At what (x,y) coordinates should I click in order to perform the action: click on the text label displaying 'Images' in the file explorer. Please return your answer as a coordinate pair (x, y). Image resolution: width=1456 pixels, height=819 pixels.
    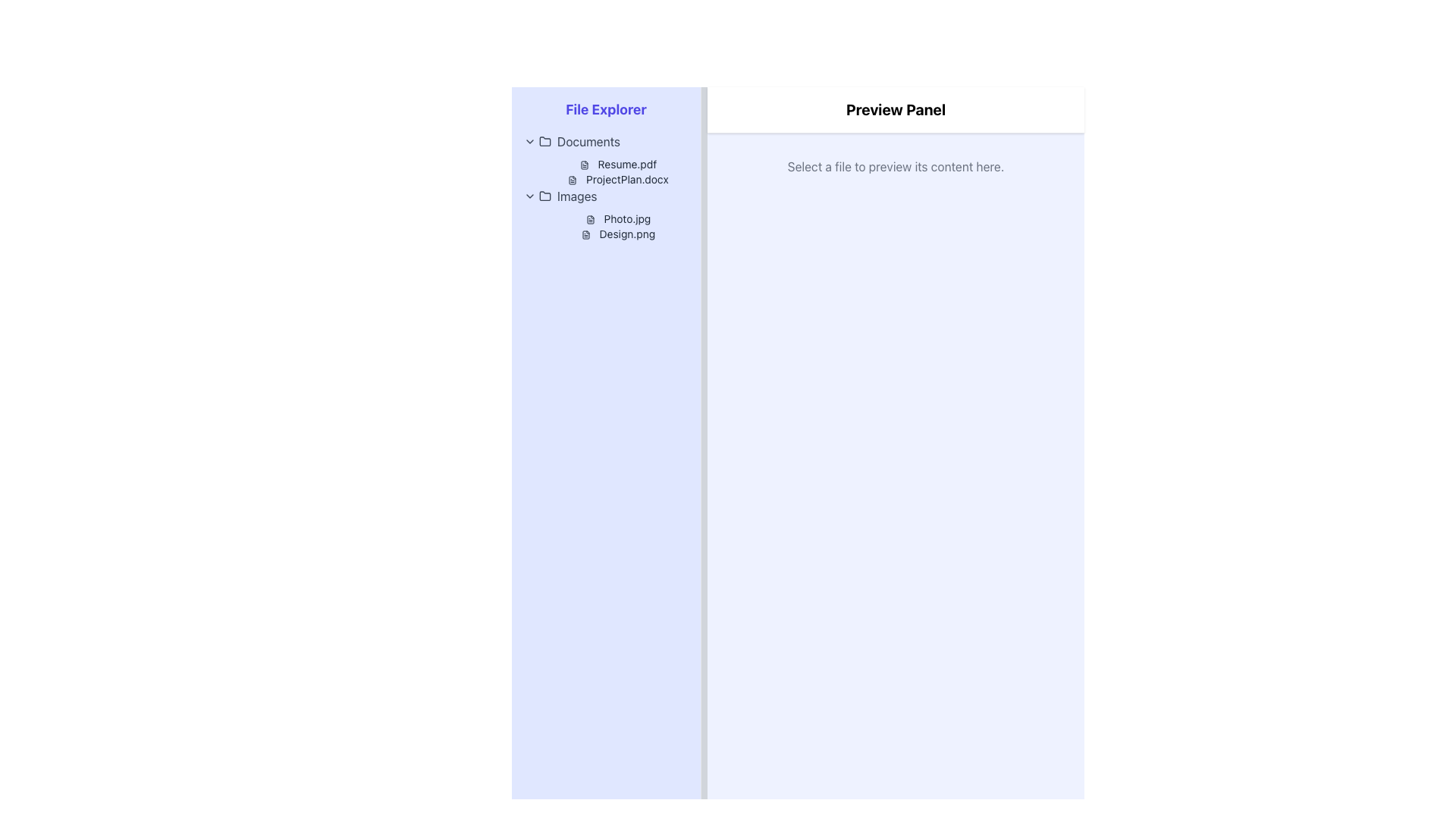
    Looking at the image, I should click on (576, 195).